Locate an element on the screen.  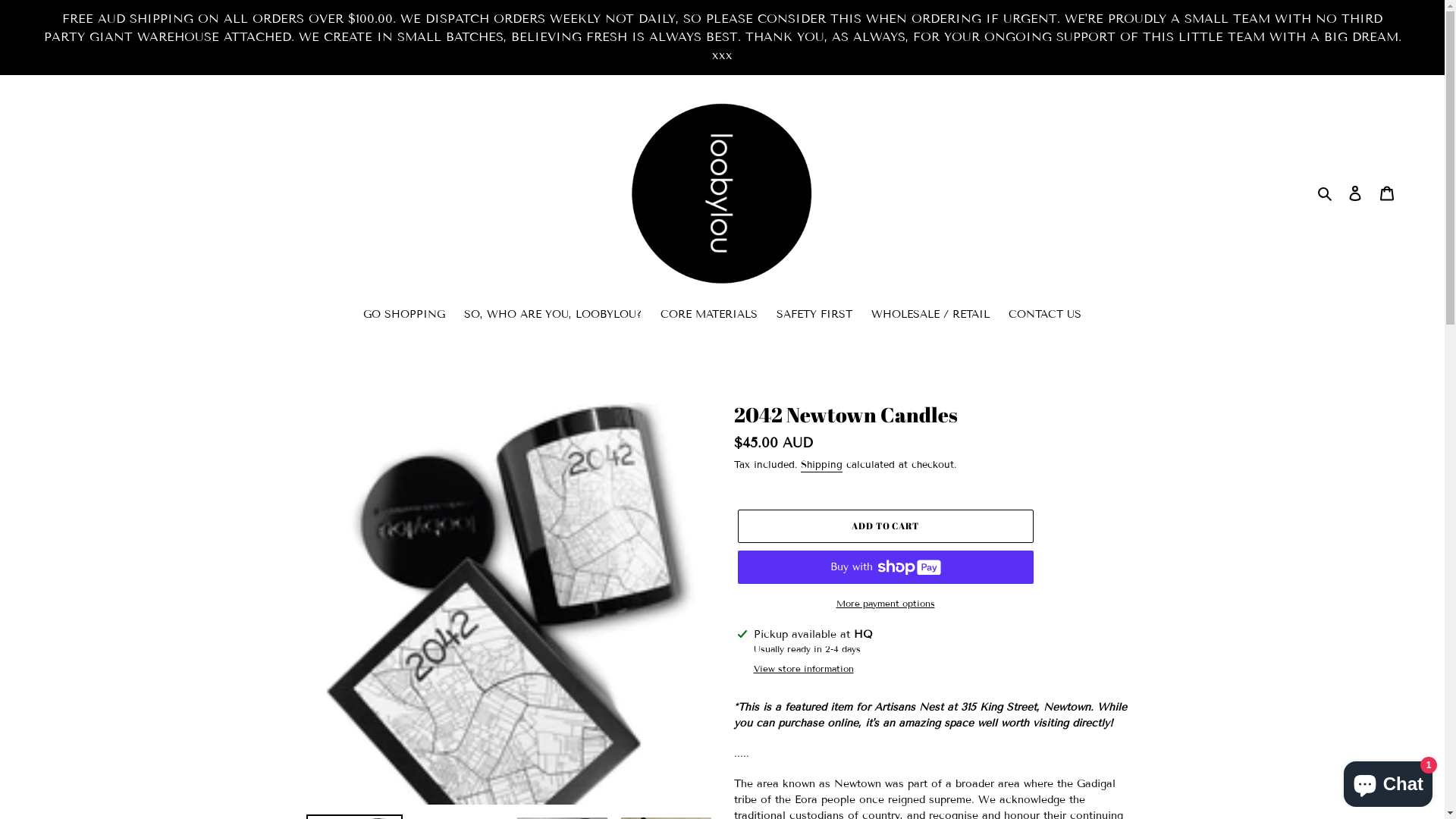
'More payment options' is located at coordinates (884, 602).